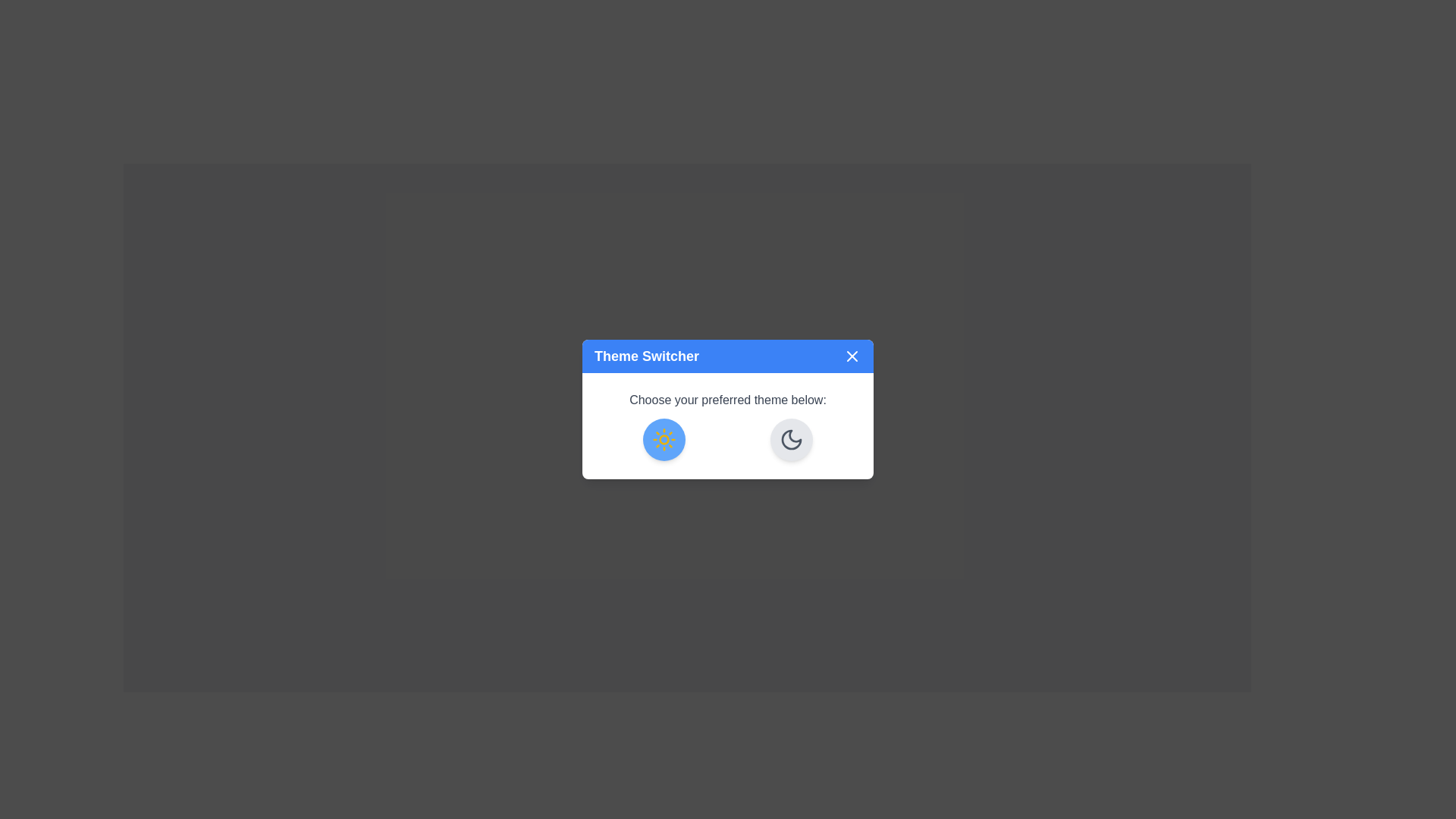 This screenshot has height=819, width=1456. I want to click on the Text Label in the upper left portion of the blue bar that serves as the title for switching the theme in the modal dialog, so click(647, 356).